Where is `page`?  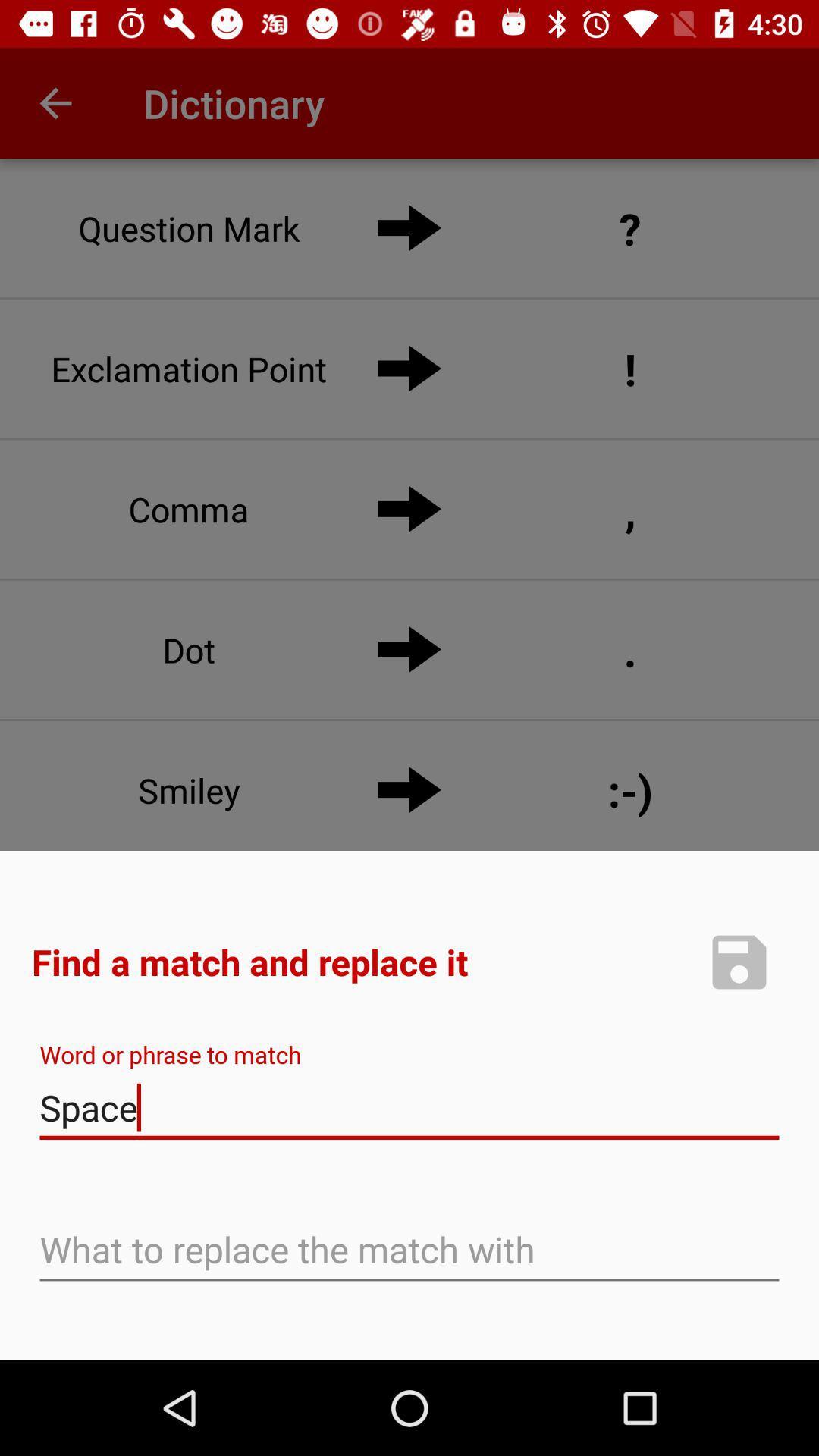
page is located at coordinates (739, 961).